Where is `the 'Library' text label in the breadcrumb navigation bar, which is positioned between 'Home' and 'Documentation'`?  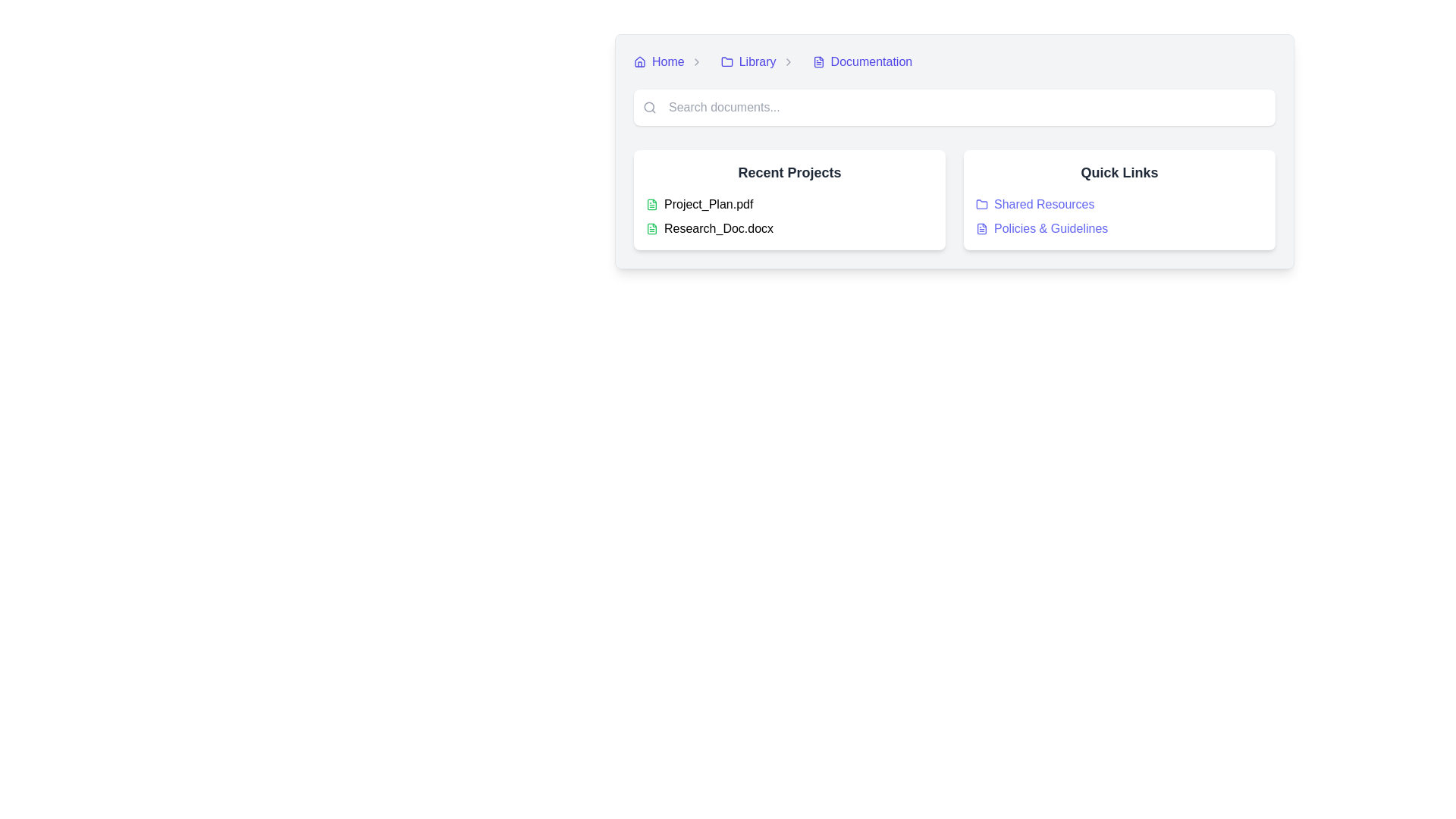 the 'Library' text label in the breadcrumb navigation bar, which is positioned between 'Home' and 'Documentation' is located at coordinates (758, 61).